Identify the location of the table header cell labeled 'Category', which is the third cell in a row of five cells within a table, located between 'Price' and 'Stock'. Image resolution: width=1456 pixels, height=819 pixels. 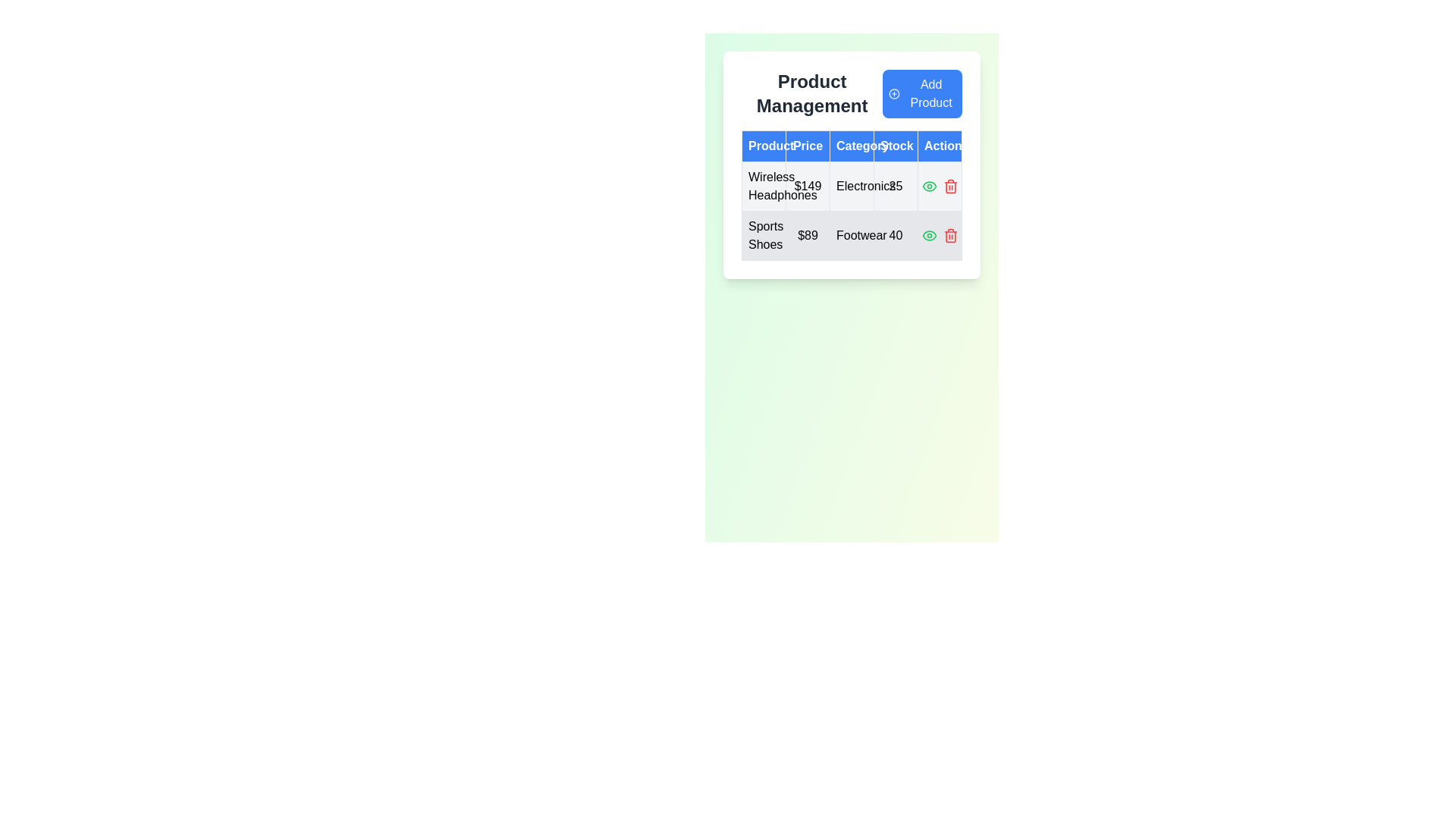
(852, 146).